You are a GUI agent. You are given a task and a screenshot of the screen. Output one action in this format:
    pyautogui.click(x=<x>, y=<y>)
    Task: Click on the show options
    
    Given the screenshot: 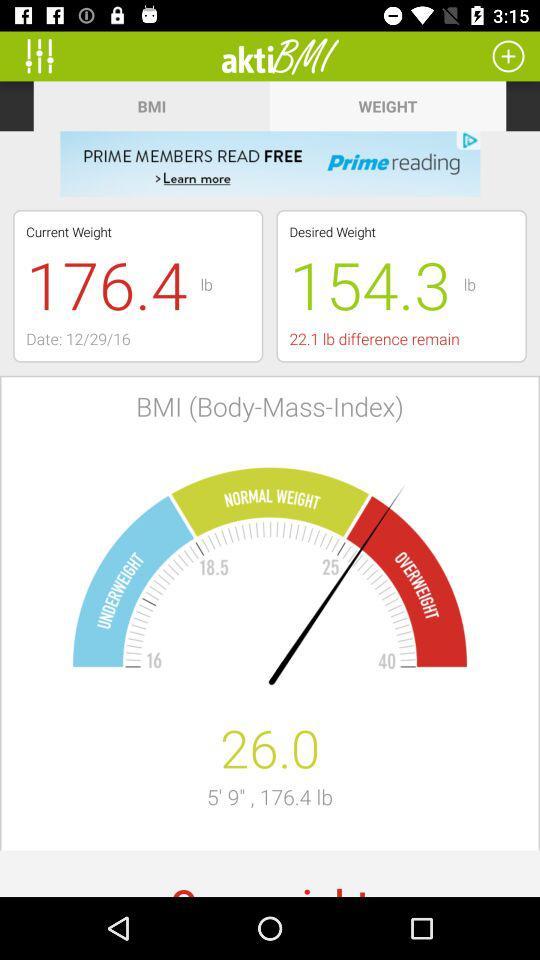 What is the action you would take?
    pyautogui.click(x=46, y=55)
    